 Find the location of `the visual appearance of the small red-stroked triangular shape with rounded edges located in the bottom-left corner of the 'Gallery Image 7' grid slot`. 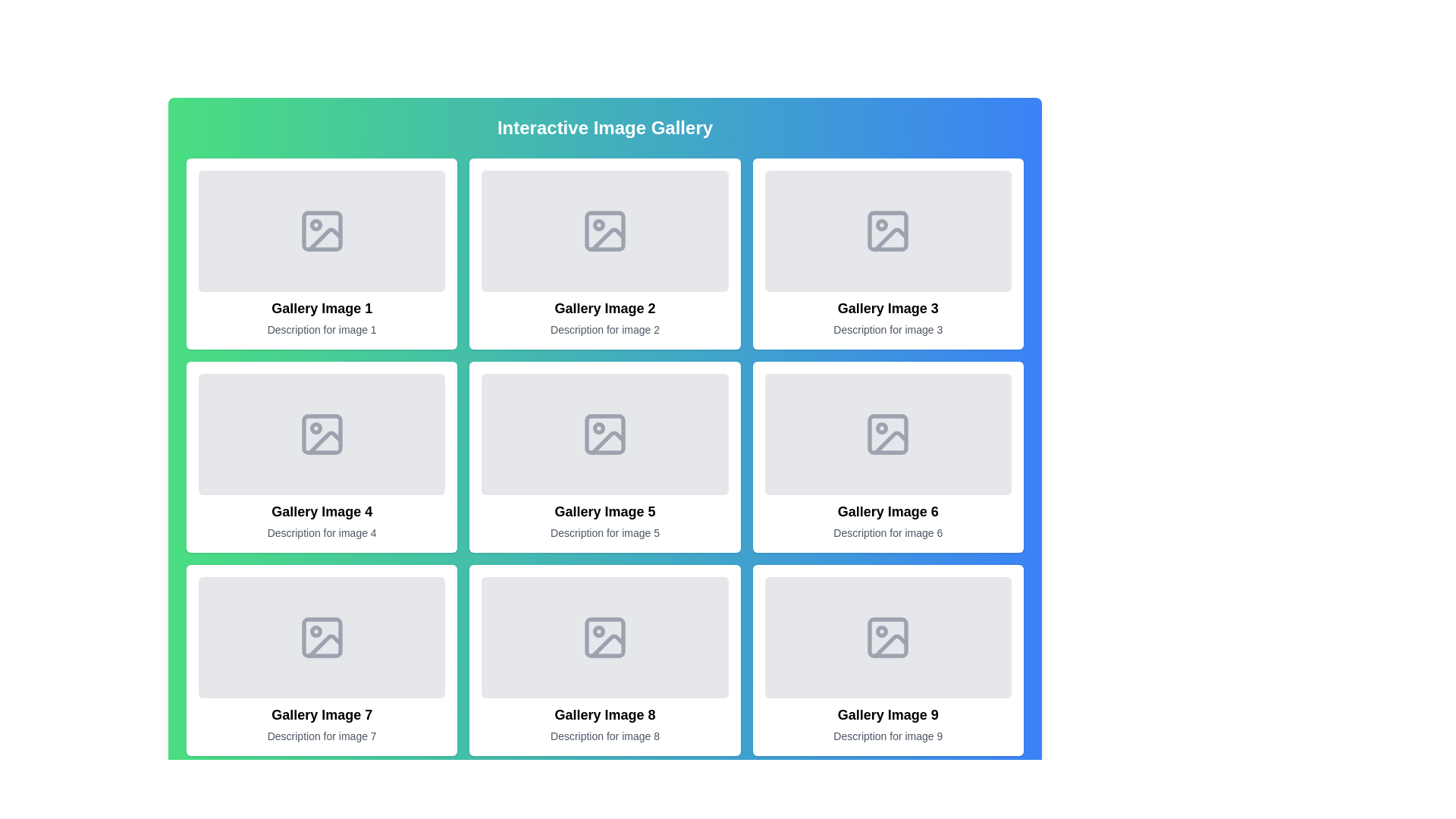

the visual appearance of the small red-stroked triangular shape with rounded edges located in the bottom-left corner of the 'Gallery Image 7' grid slot is located at coordinates (324, 646).